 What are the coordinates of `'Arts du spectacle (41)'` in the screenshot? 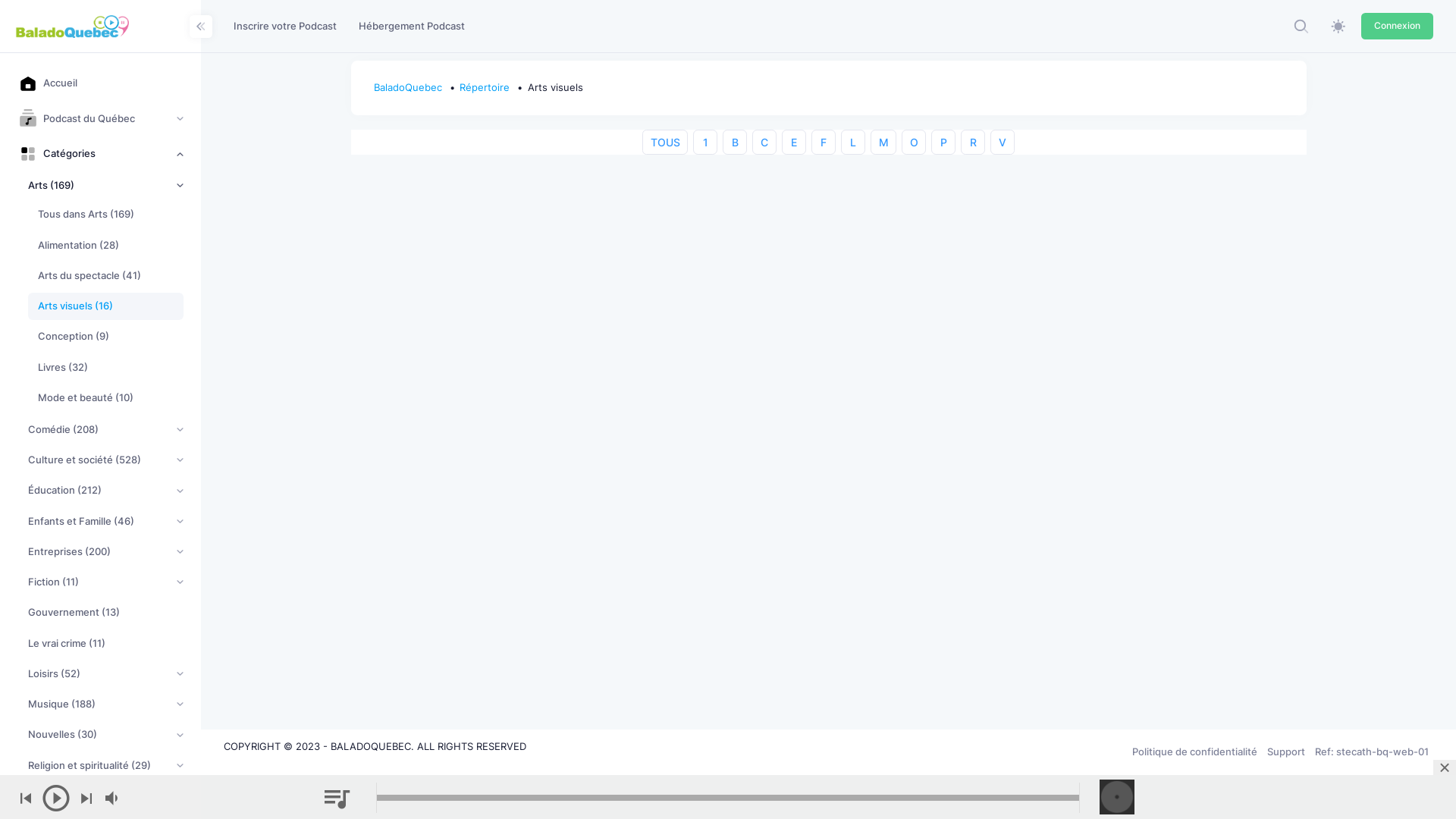 It's located at (109, 275).